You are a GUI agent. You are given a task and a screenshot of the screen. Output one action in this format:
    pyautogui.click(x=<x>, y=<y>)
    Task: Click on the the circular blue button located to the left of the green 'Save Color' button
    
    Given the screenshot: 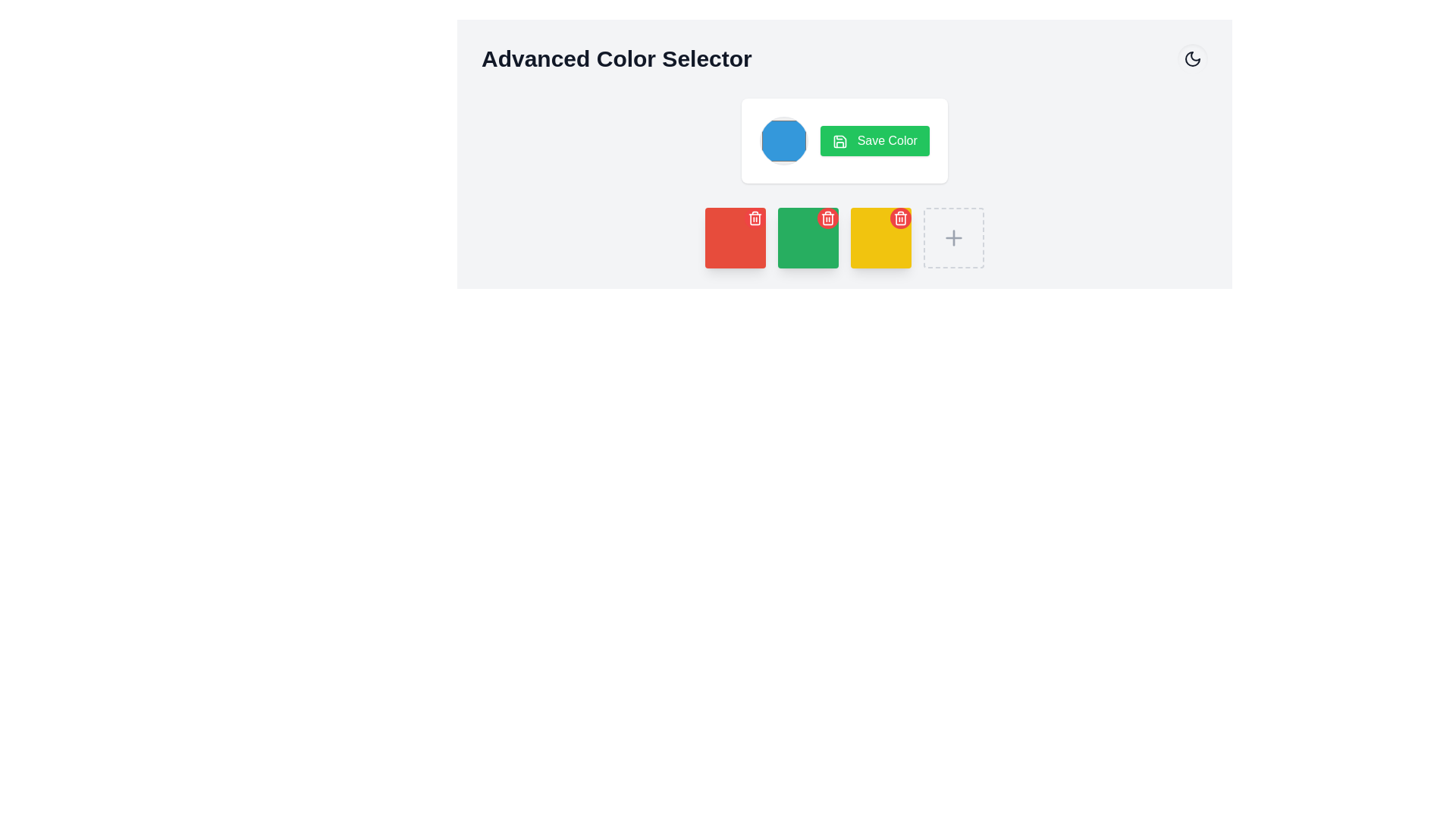 What is the action you would take?
    pyautogui.click(x=783, y=140)
    